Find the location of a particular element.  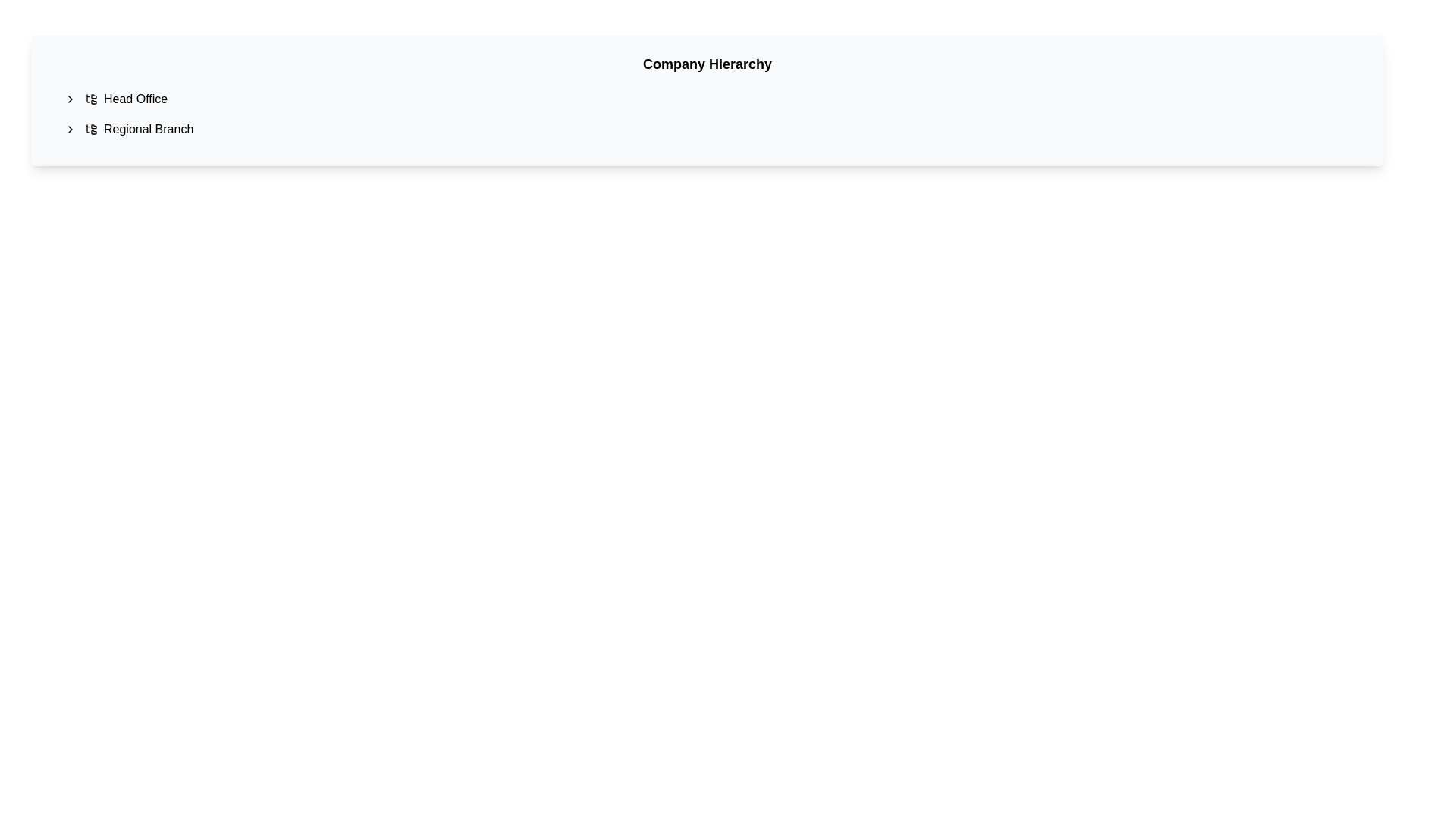

the static text header that labels the section above 'Head Office' and 'Regional Branch', providing a title for the content that follows is located at coordinates (706, 63).